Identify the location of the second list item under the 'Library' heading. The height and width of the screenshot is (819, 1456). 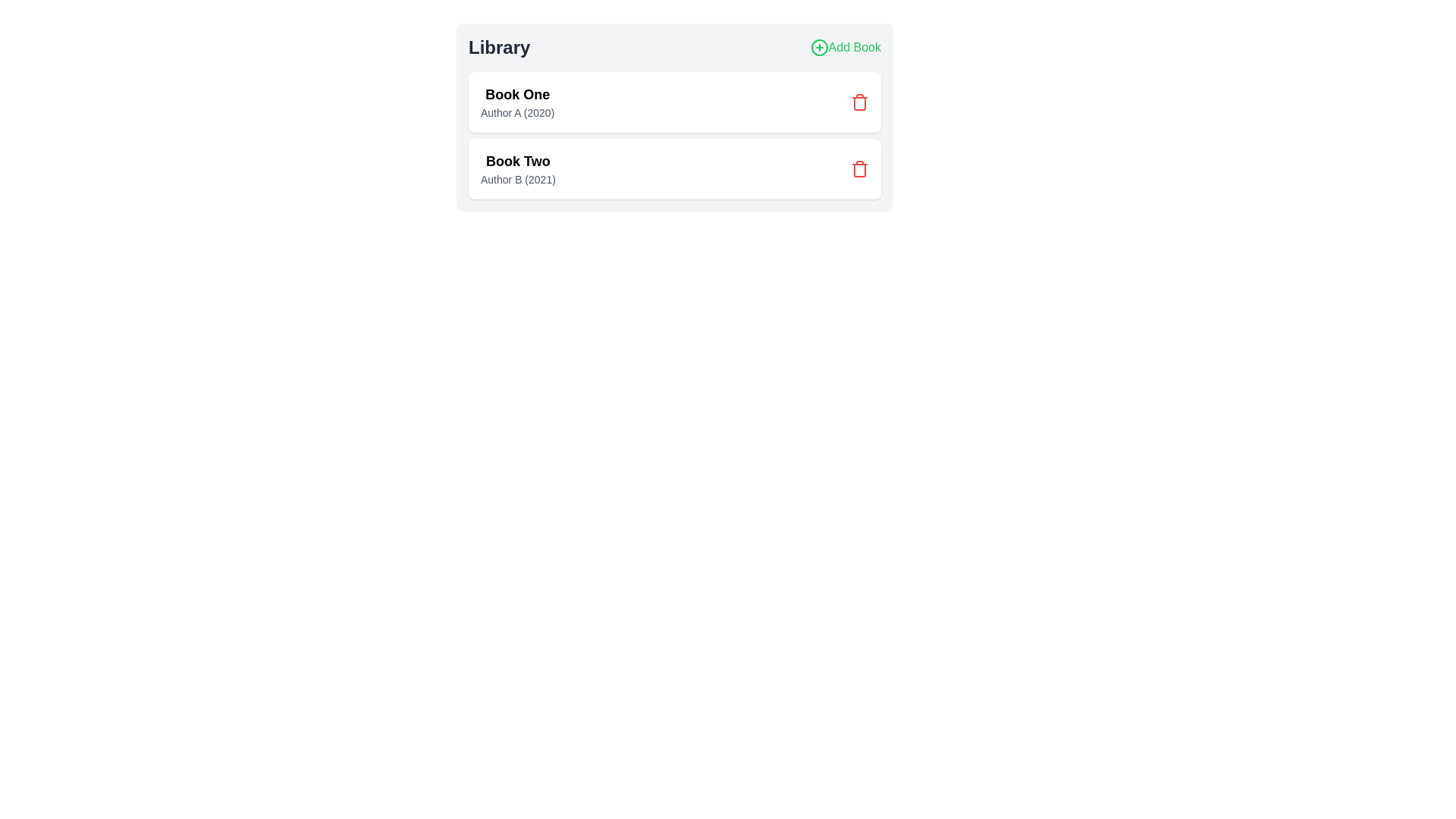
(518, 169).